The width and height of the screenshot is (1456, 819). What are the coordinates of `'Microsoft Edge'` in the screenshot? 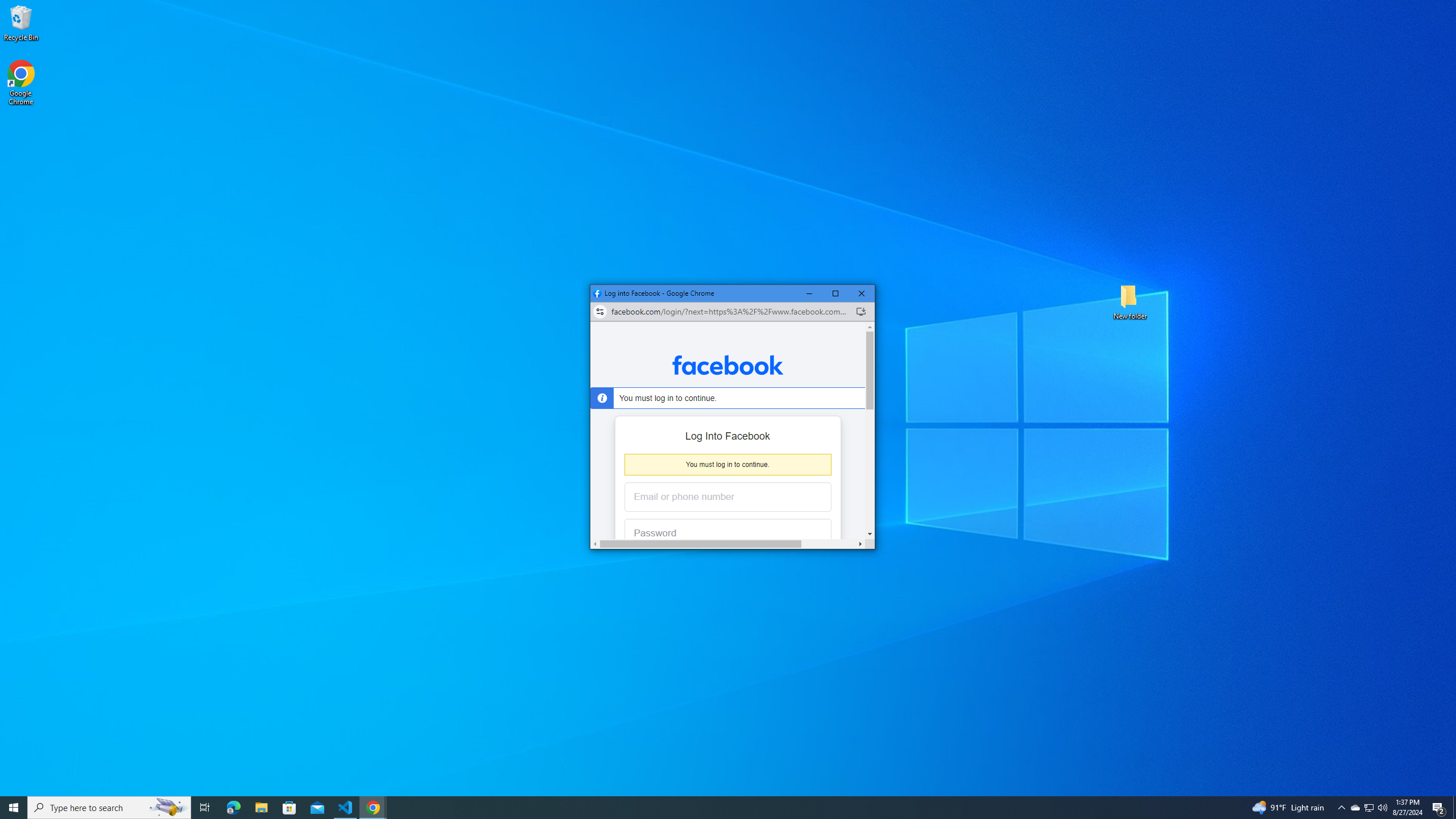 It's located at (233, 806).